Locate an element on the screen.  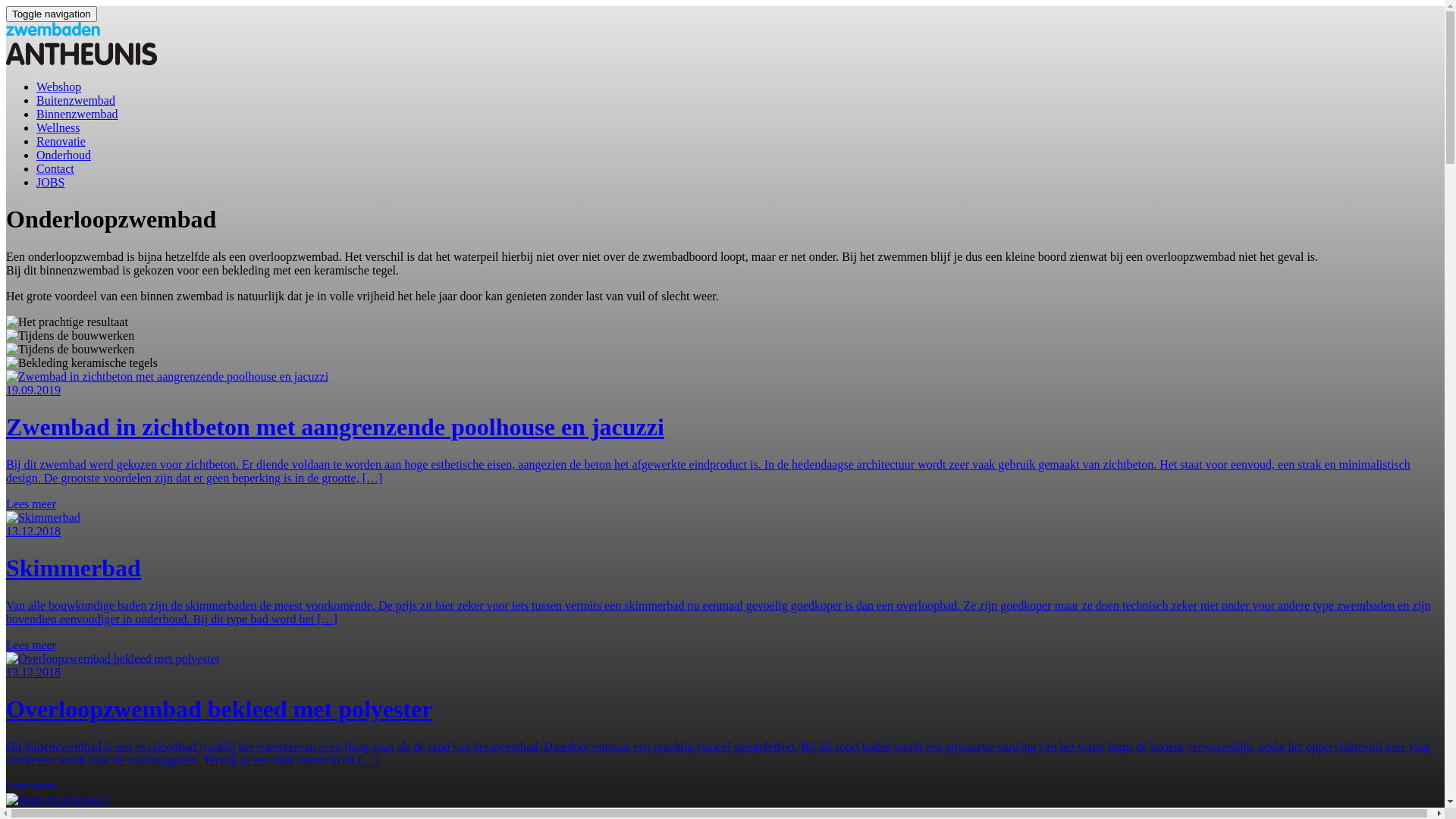
'Wellness' is located at coordinates (58, 127).